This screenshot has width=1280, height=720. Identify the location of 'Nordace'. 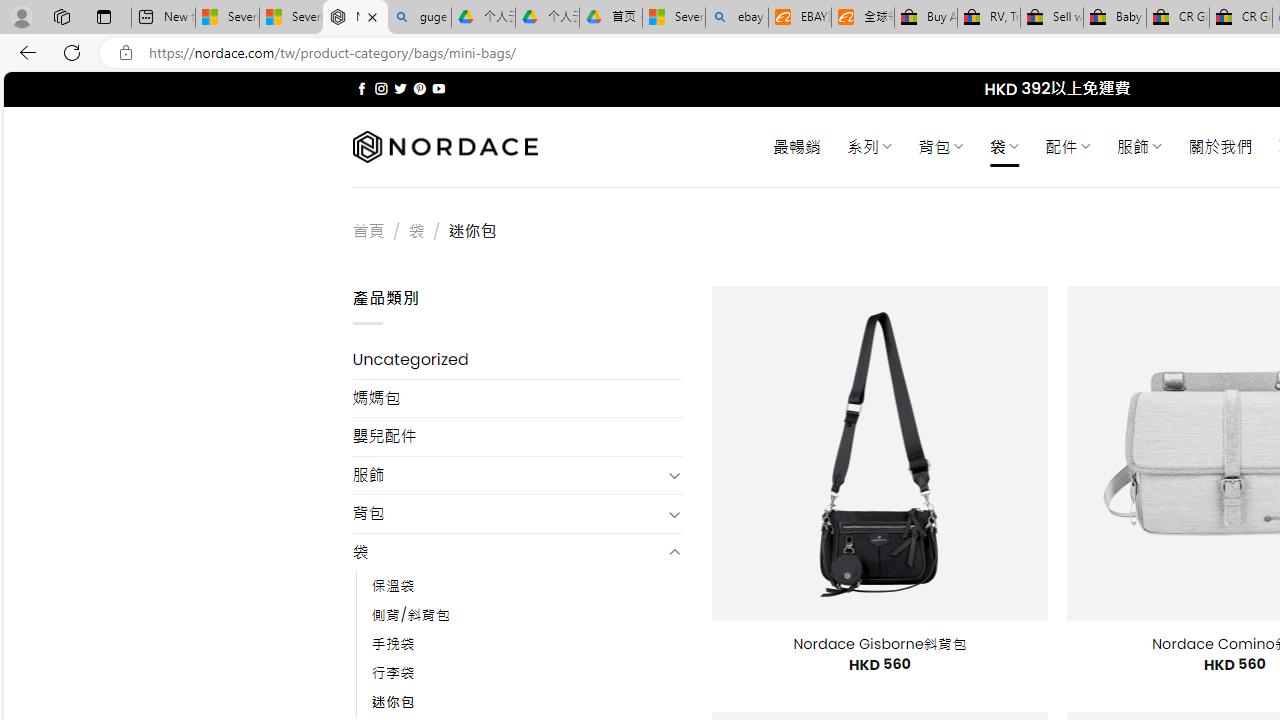
(443, 146).